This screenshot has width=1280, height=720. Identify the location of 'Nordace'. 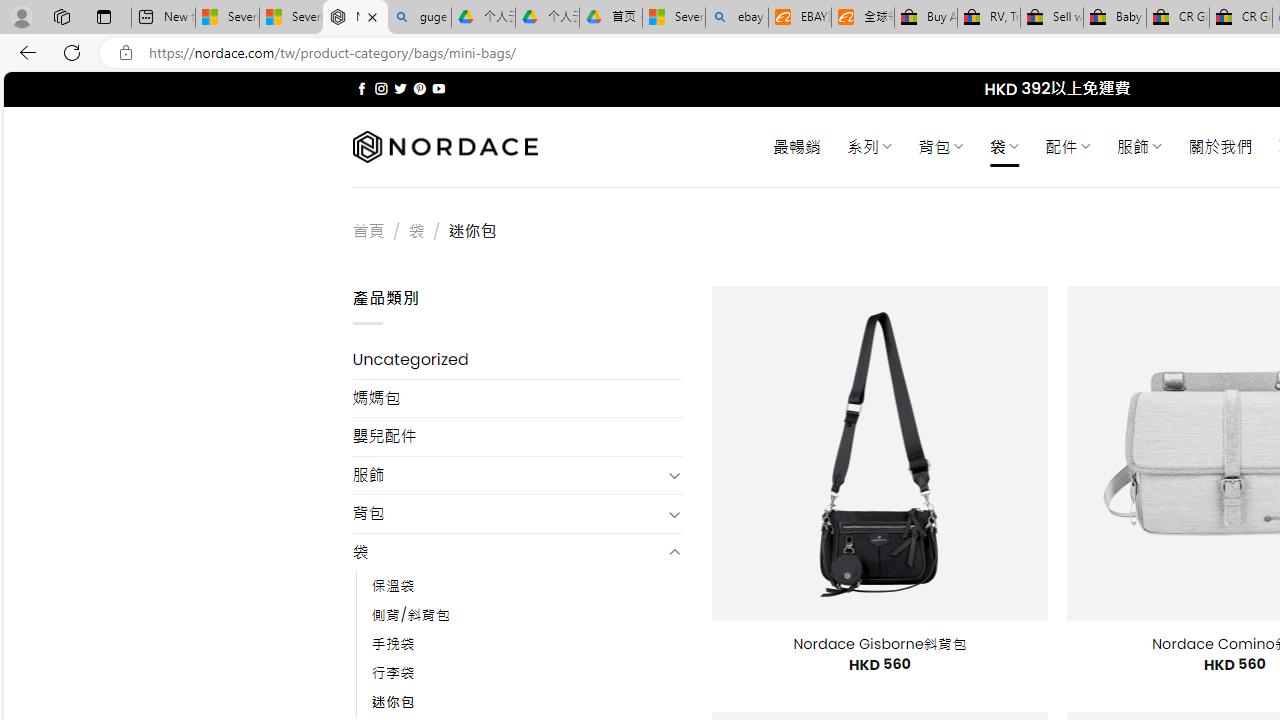
(443, 146).